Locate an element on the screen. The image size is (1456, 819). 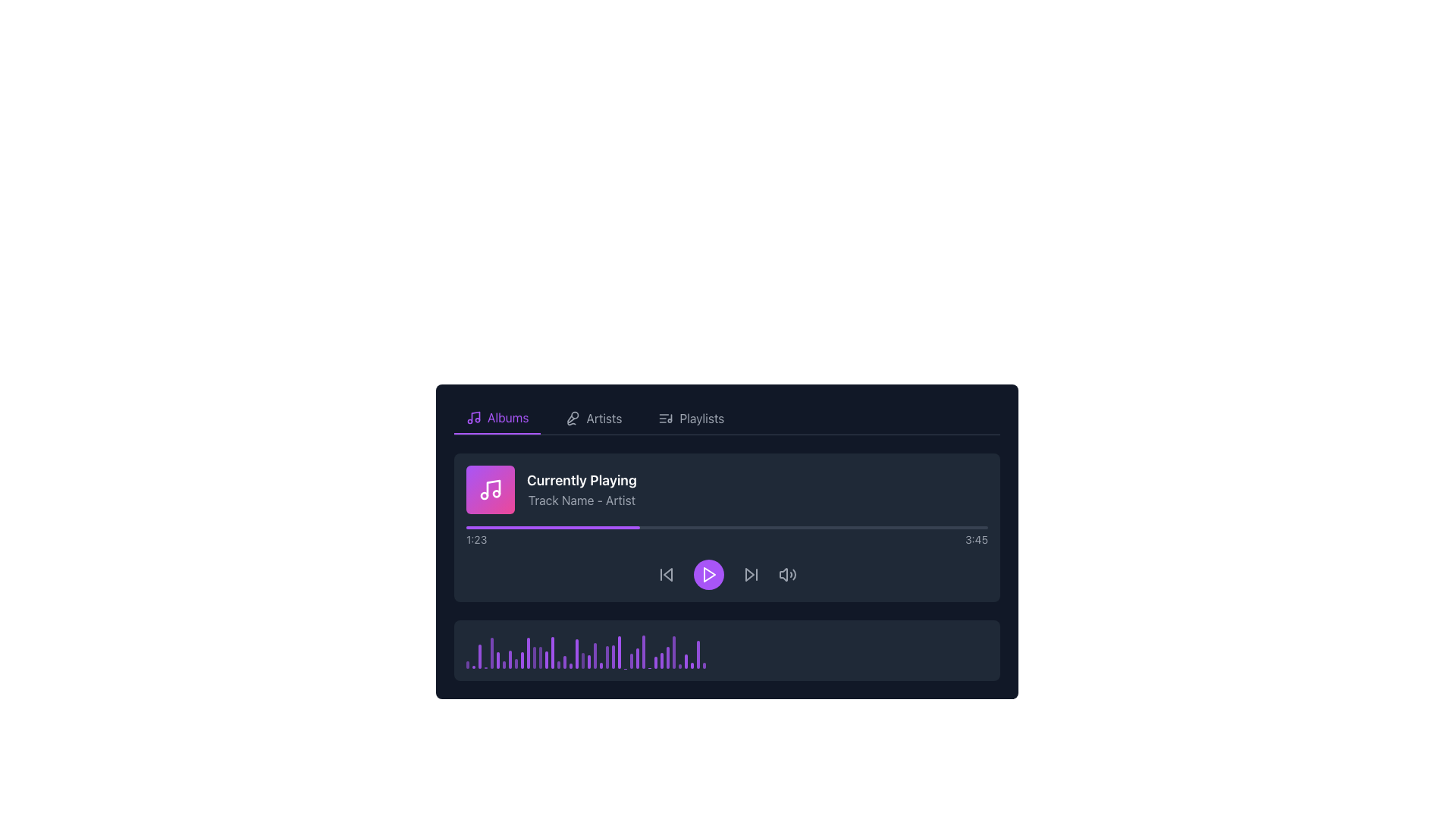
playback progress is located at coordinates (628, 526).